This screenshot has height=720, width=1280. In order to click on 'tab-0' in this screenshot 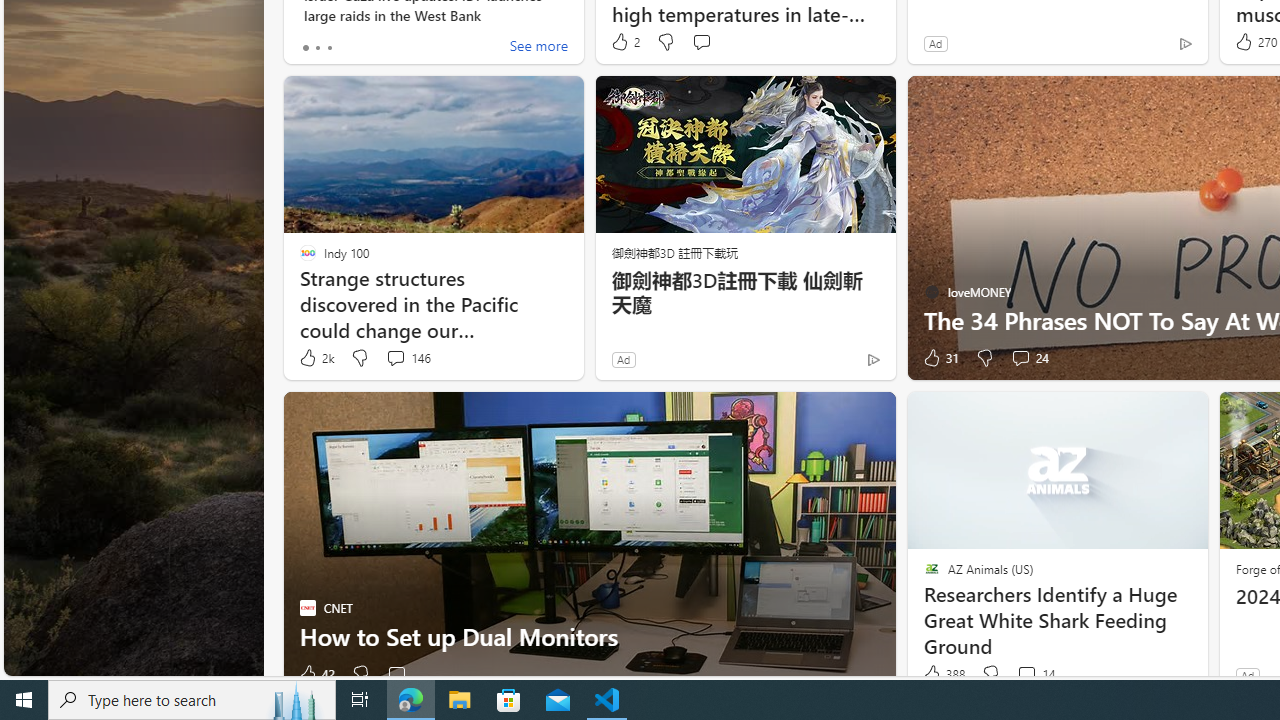, I will do `click(304, 46)`.